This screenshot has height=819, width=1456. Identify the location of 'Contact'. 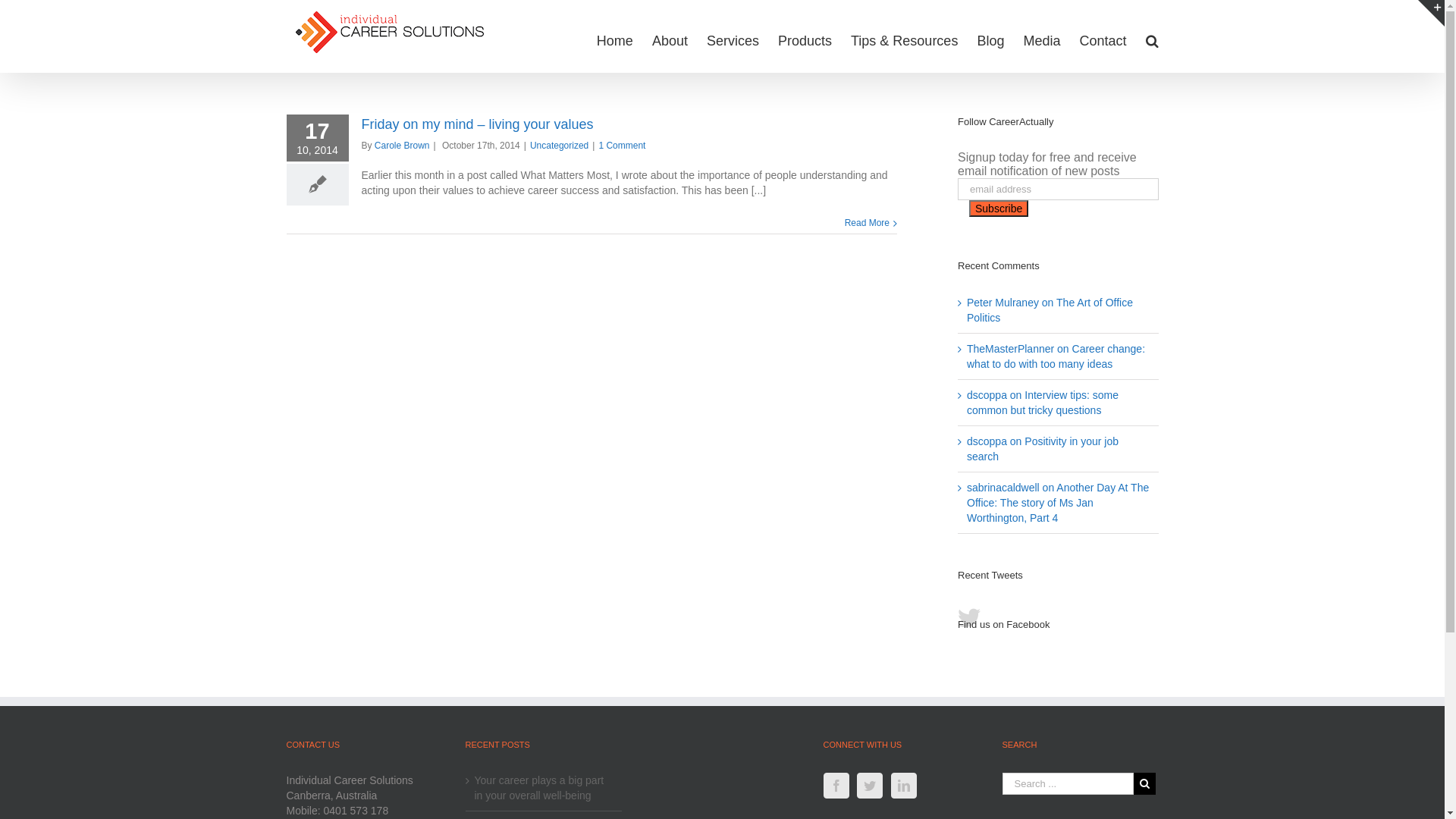
(1103, 39).